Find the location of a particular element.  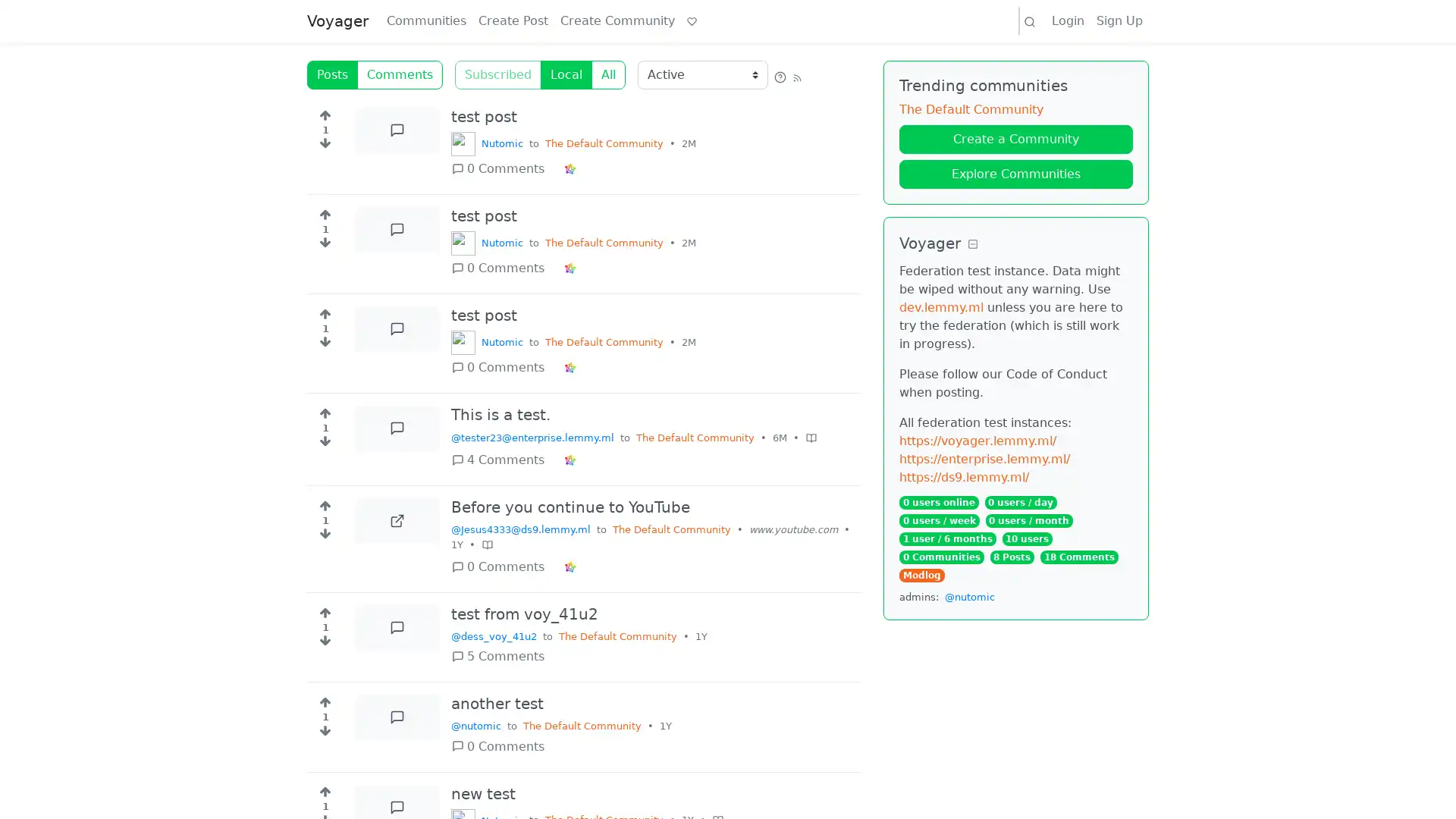

Downvote is located at coordinates (324, 643).